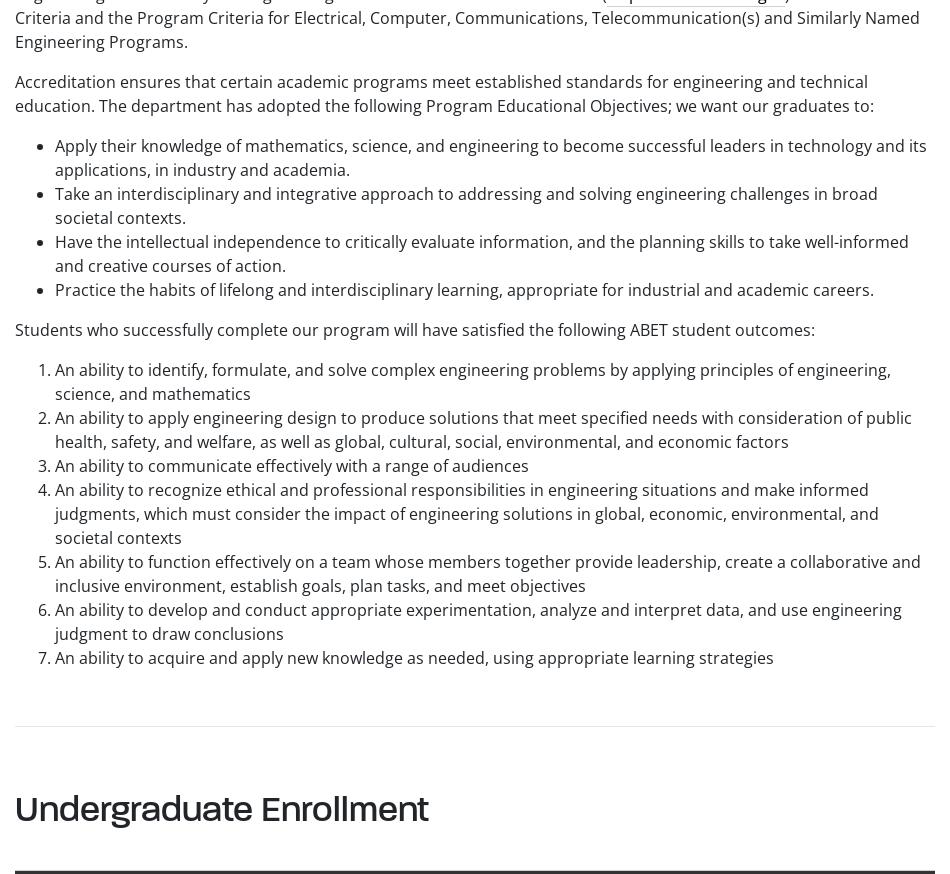 Image resolution: width=950 pixels, height=874 pixels. What do you see at coordinates (291, 463) in the screenshot?
I see `'An ability to communicate effectively with a range of audiences'` at bounding box center [291, 463].